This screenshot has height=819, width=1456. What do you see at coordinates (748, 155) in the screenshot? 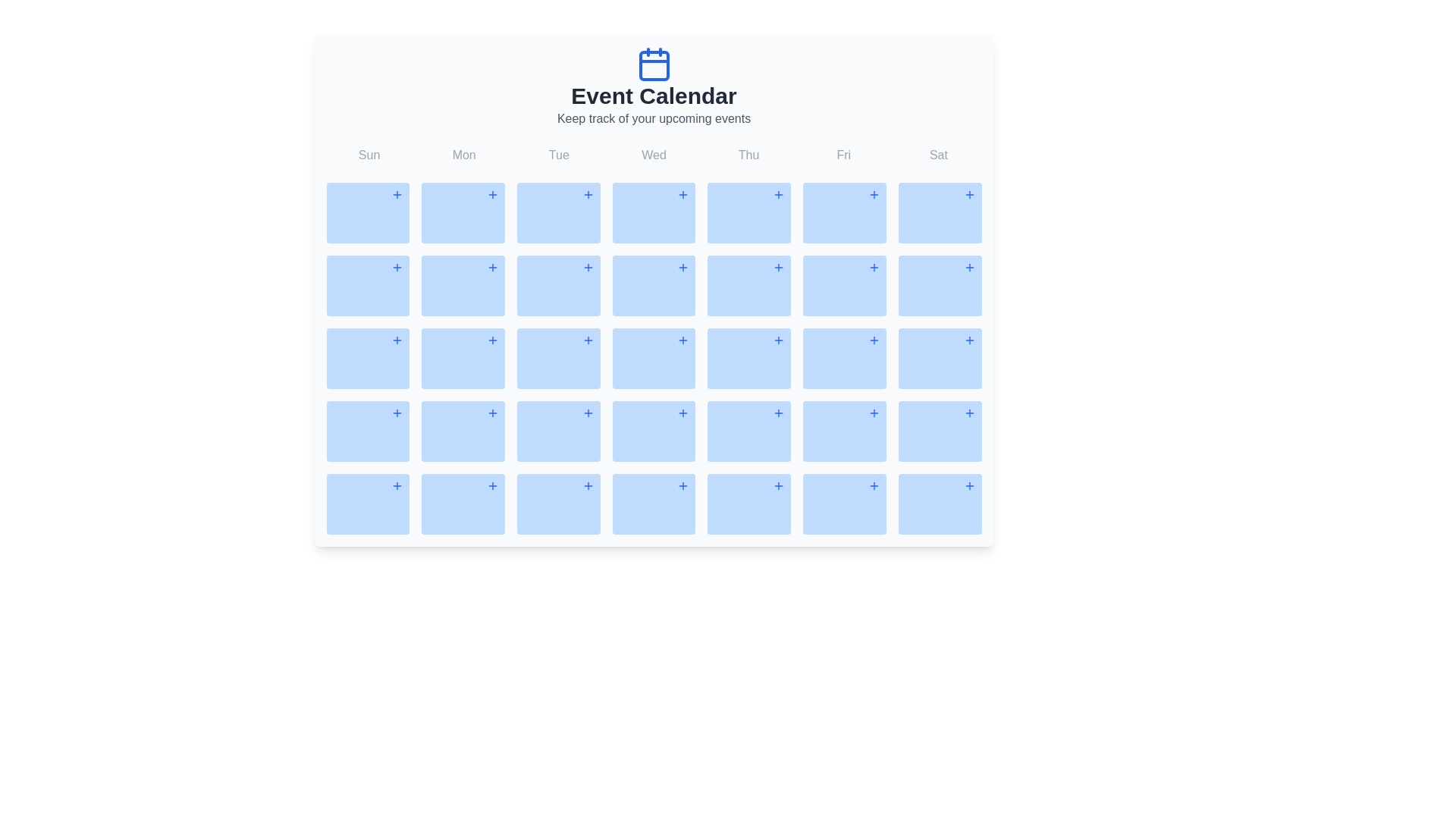
I see `the text label representing the abbreviation 'Thu', which is styled with a gray font color and centered alignment, located in the fifth column of day abbreviations in the calendar interface` at bounding box center [748, 155].